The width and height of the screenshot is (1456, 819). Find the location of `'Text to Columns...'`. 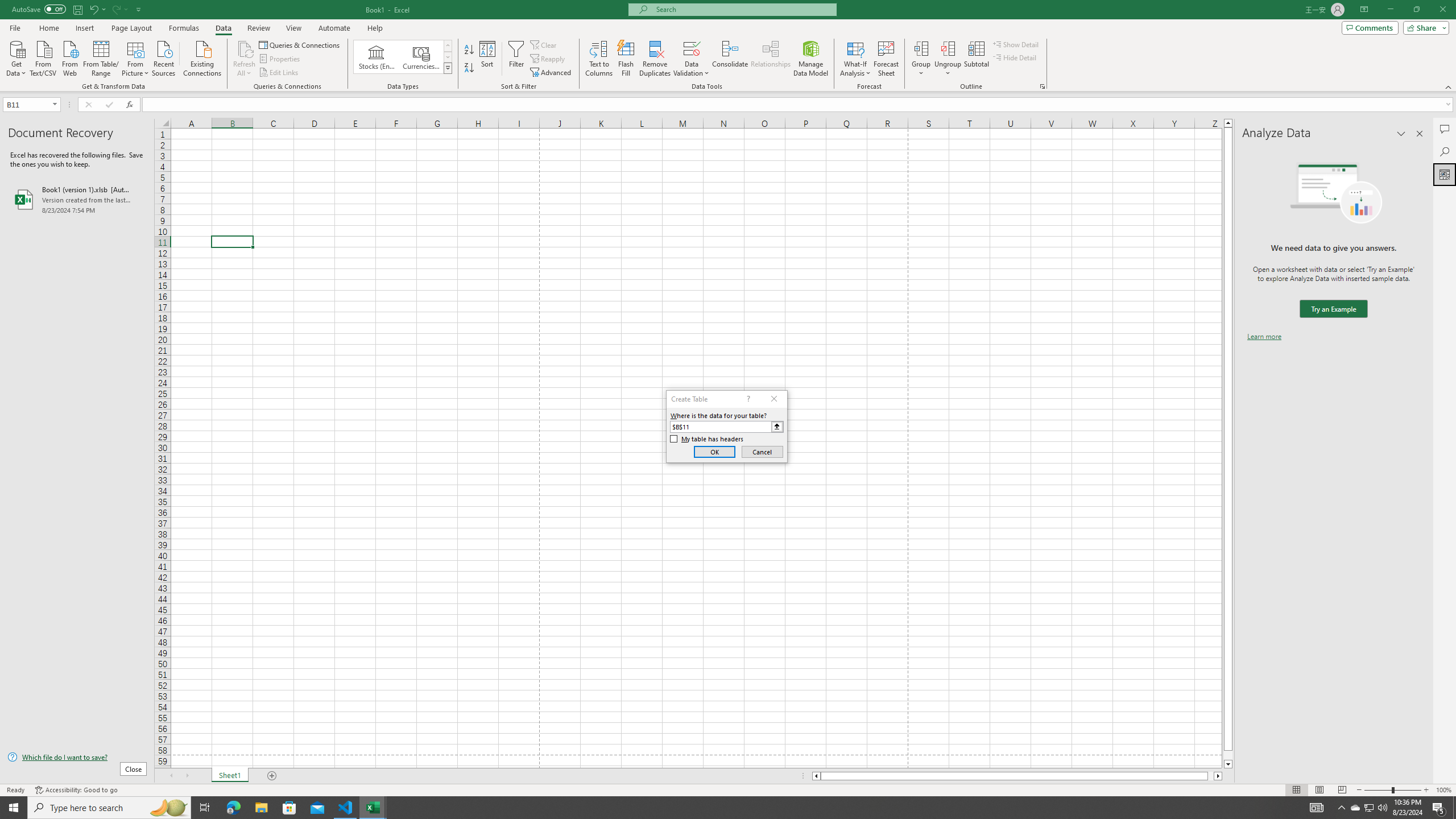

'Text to Columns...' is located at coordinates (598, 59).